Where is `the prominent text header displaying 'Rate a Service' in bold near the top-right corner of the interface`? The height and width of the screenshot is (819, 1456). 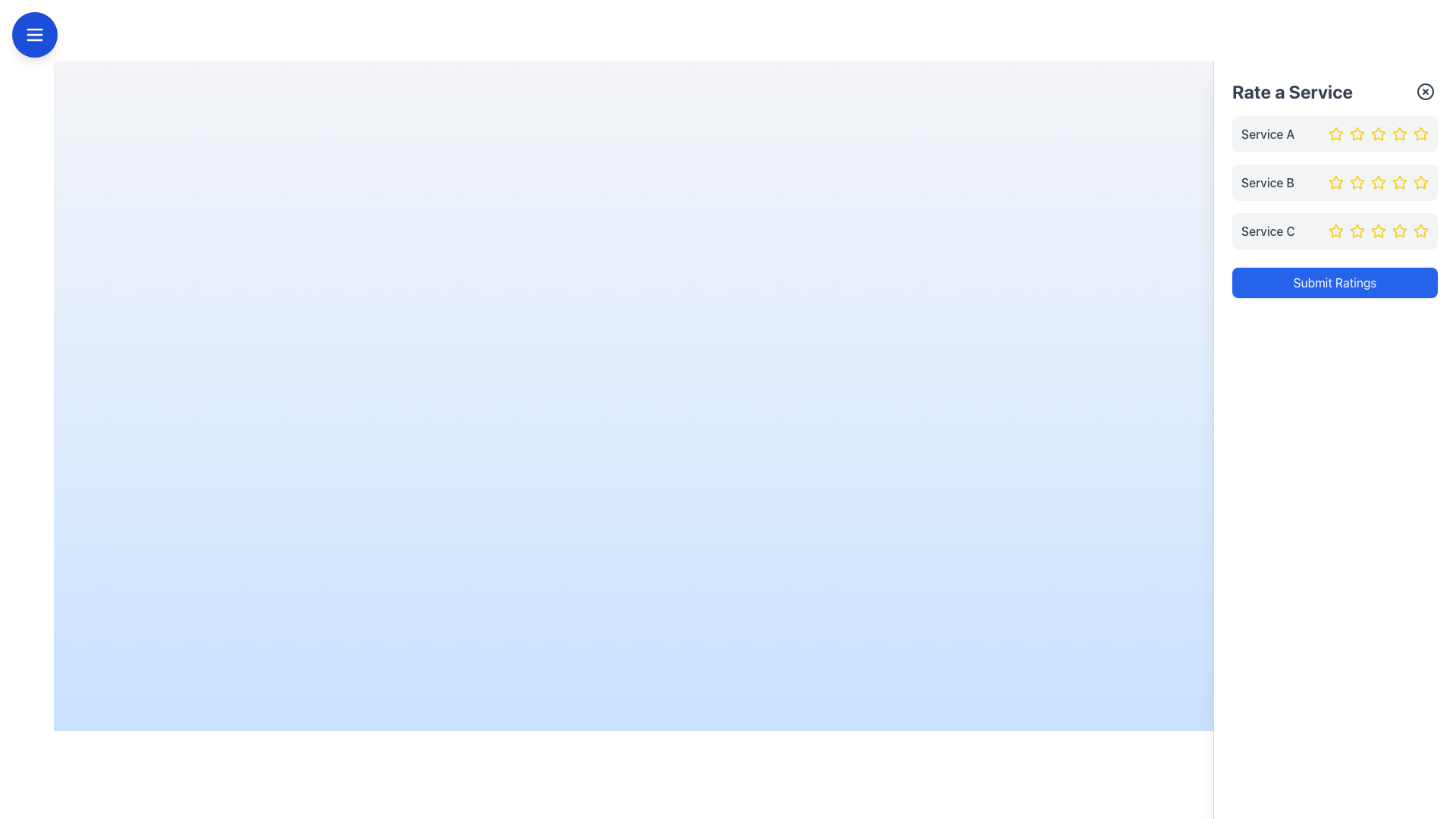
the prominent text header displaying 'Rate a Service' in bold near the top-right corner of the interface is located at coordinates (1291, 91).